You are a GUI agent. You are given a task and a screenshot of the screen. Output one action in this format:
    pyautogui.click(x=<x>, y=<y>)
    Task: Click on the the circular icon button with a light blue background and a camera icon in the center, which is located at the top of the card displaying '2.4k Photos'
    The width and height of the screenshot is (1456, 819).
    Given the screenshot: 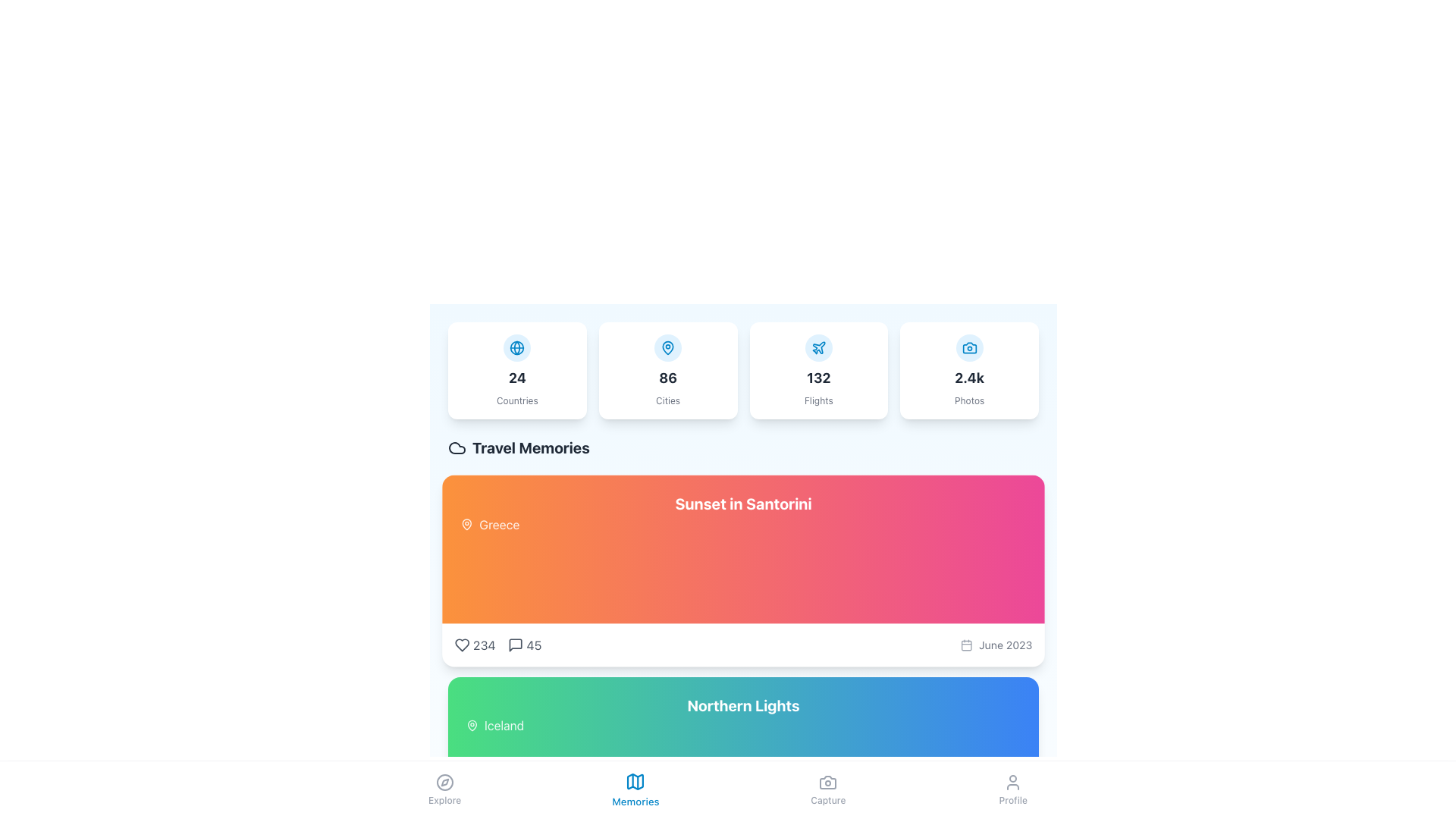 What is the action you would take?
    pyautogui.click(x=968, y=348)
    